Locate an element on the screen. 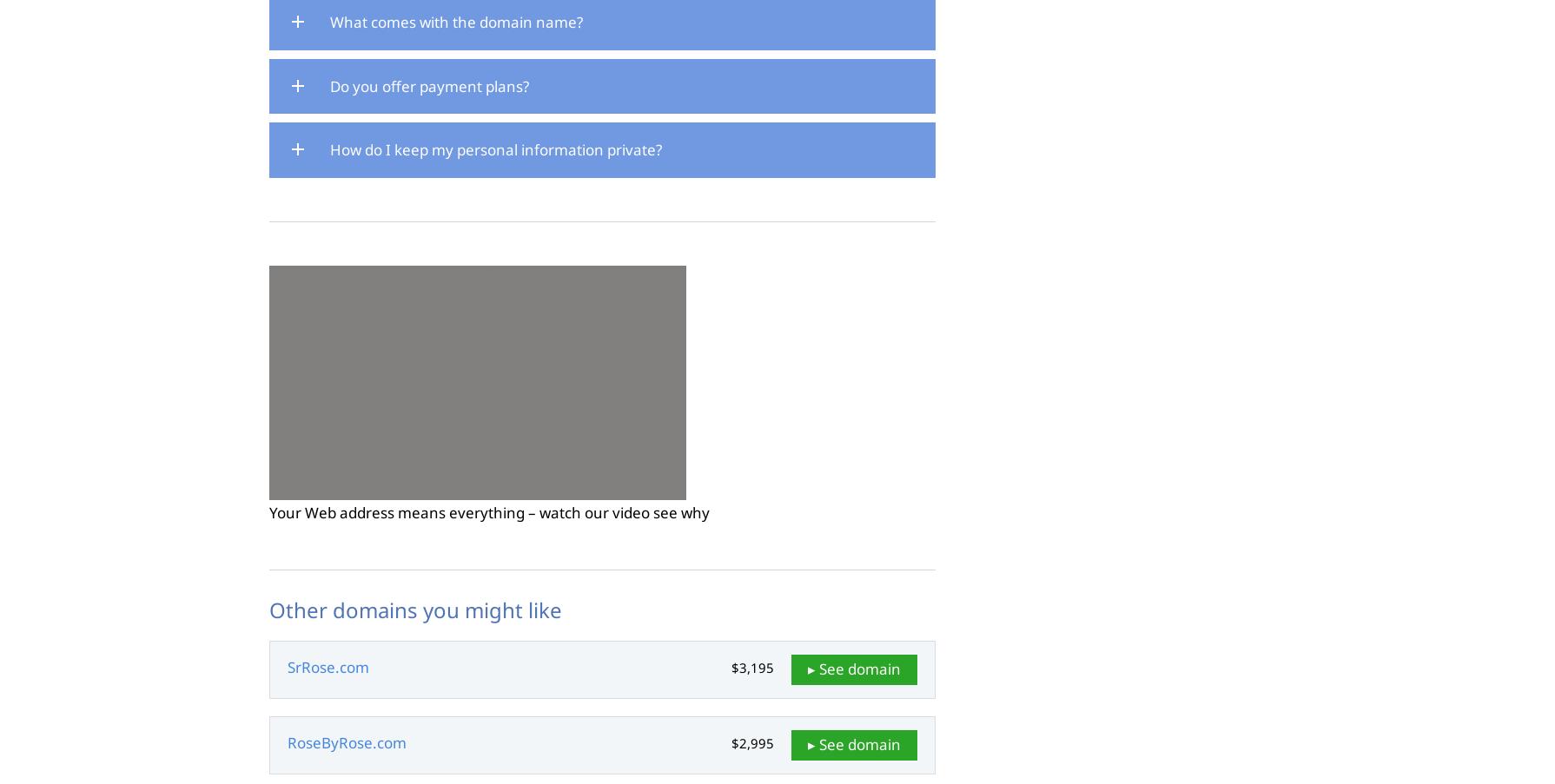 The height and width of the screenshot is (784, 1555). 'Other domains you might like' is located at coordinates (414, 608).